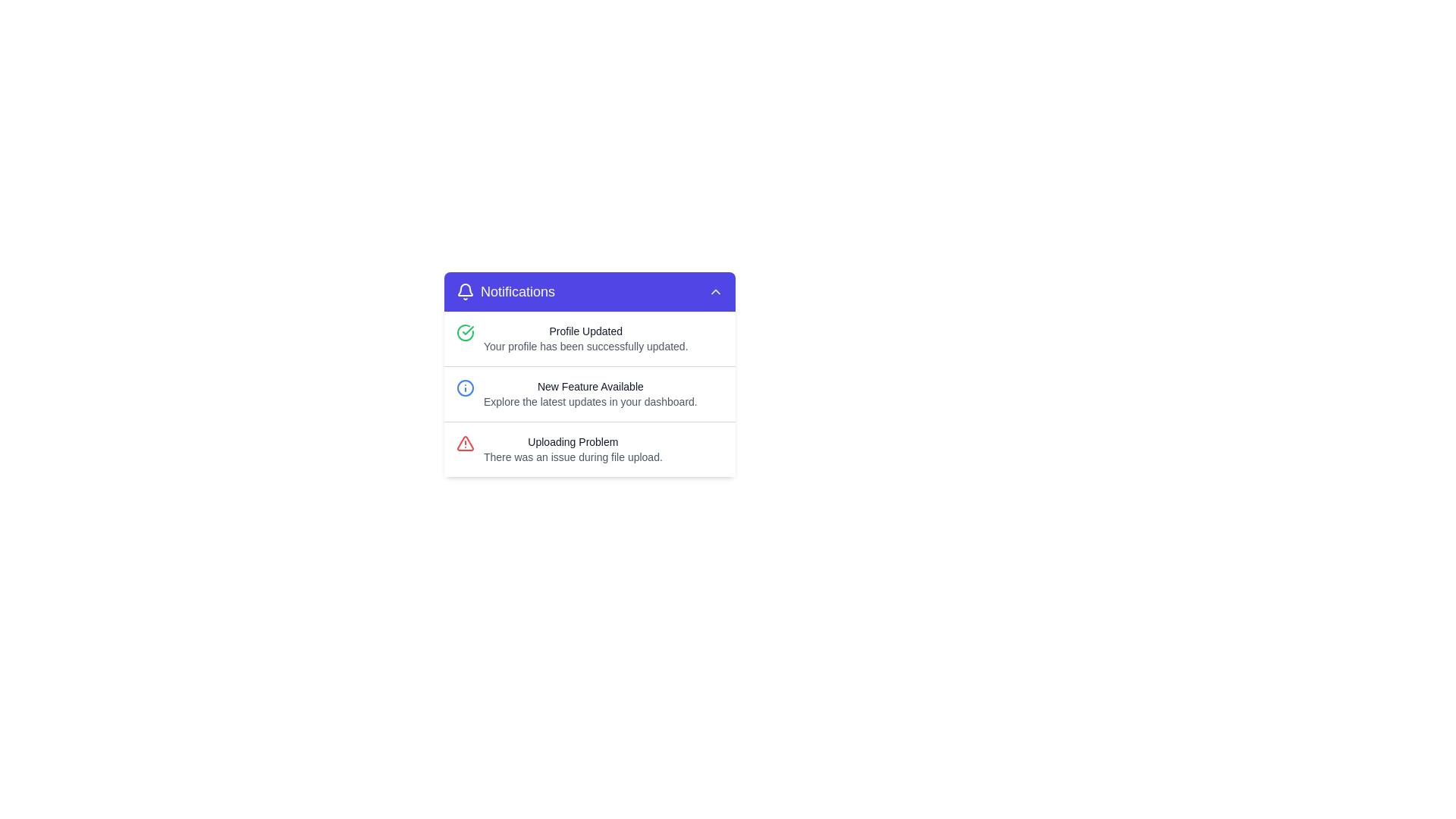 The width and height of the screenshot is (1456, 819). Describe the element at coordinates (715, 292) in the screenshot. I see `the upward-facing chevron button in the top-right corner of the 'Notifications' header` at that location.